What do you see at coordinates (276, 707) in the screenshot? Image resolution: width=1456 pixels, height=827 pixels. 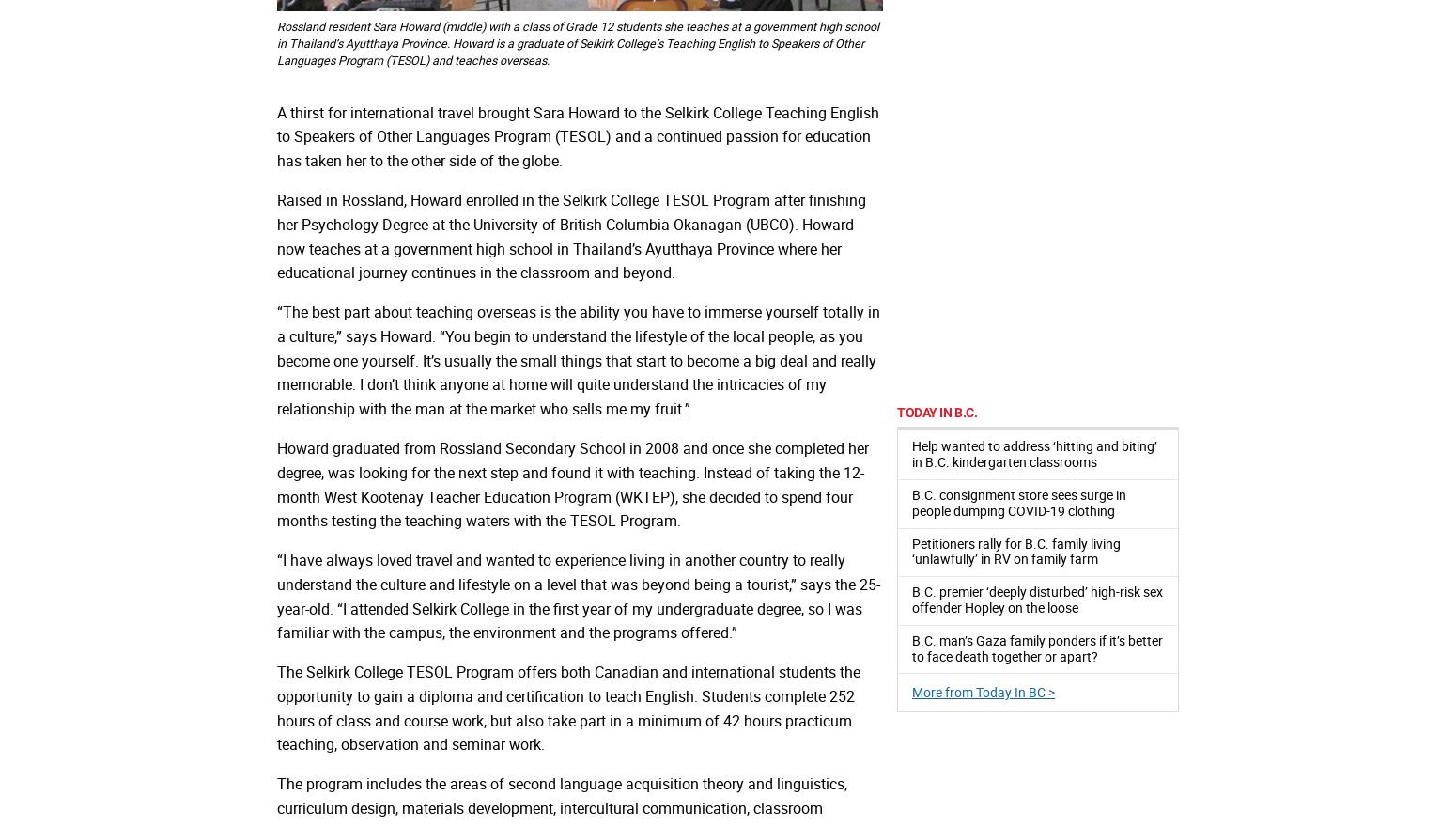 I see `'The Selkirk College TESOL Program offers both Canadian and international students the opportunity to gain a diploma and certification to teach English. Students complete 252 hours of class and course work, but also take part in a minimum of 42 hours practicum teaching, observation and seminar work.'` at bounding box center [276, 707].